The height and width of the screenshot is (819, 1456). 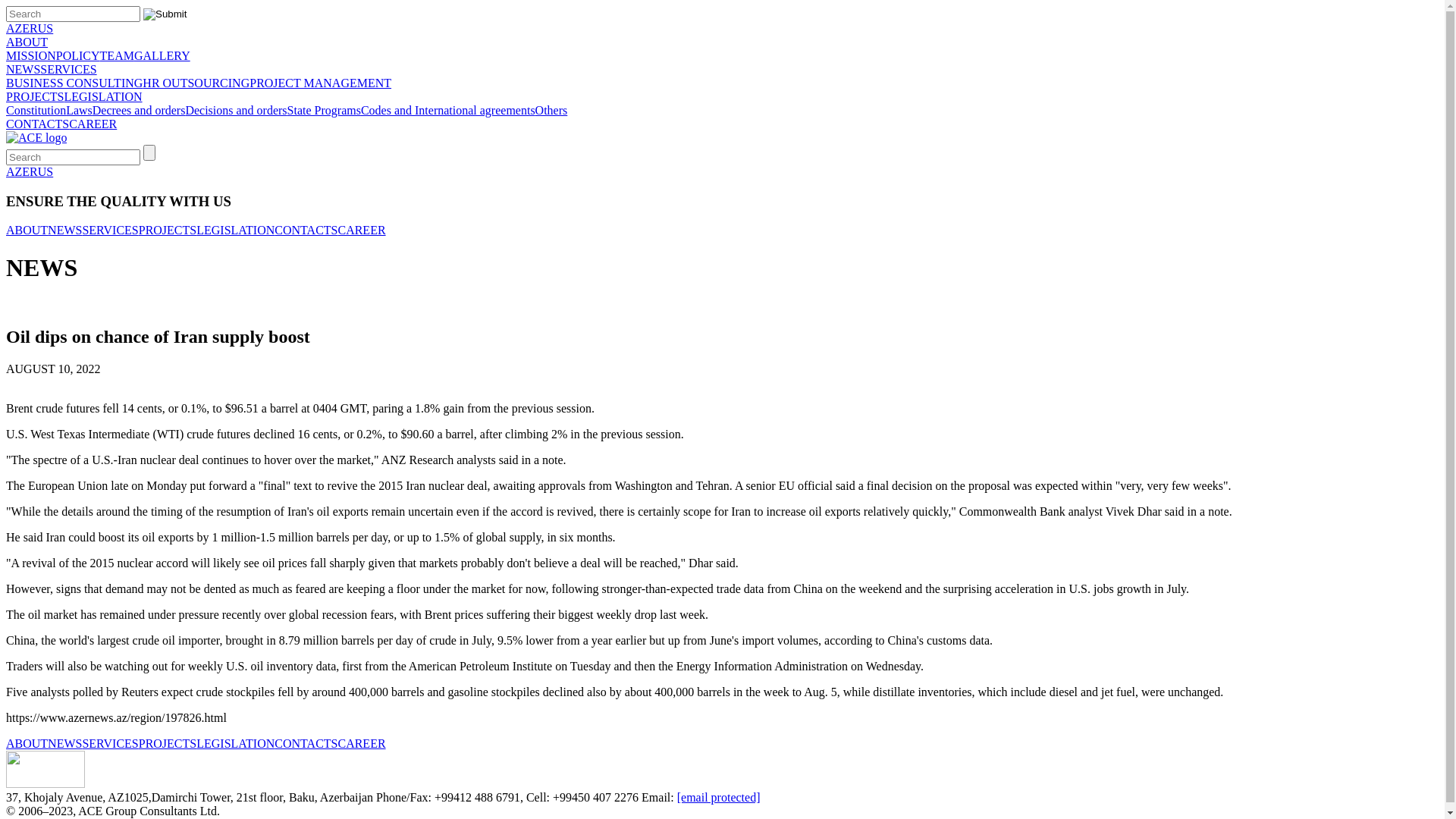 What do you see at coordinates (102, 96) in the screenshot?
I see `'LEGISLATION'` at bounding box center [102, 96].